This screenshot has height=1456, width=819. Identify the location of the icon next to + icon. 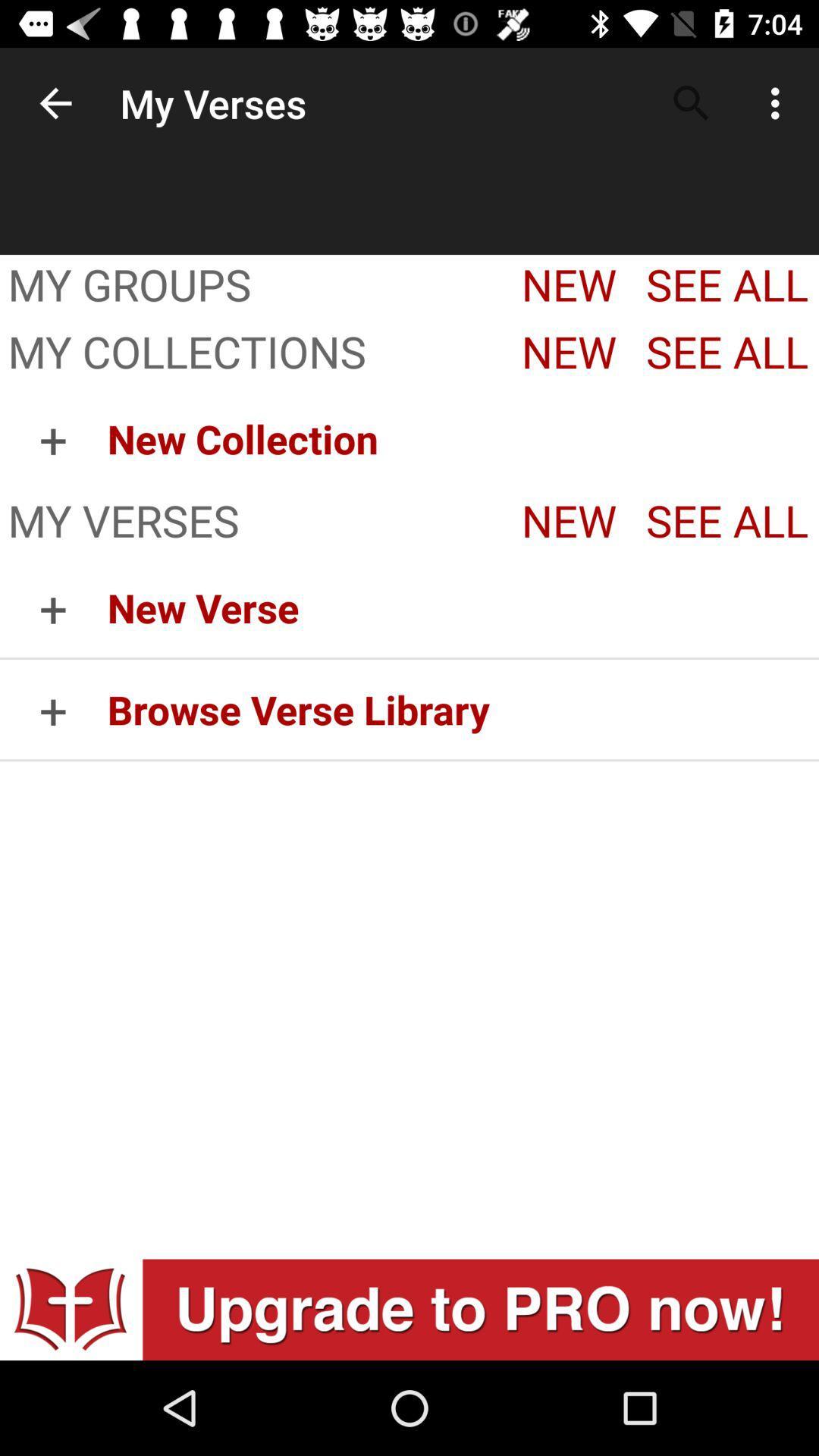
(462, 607).